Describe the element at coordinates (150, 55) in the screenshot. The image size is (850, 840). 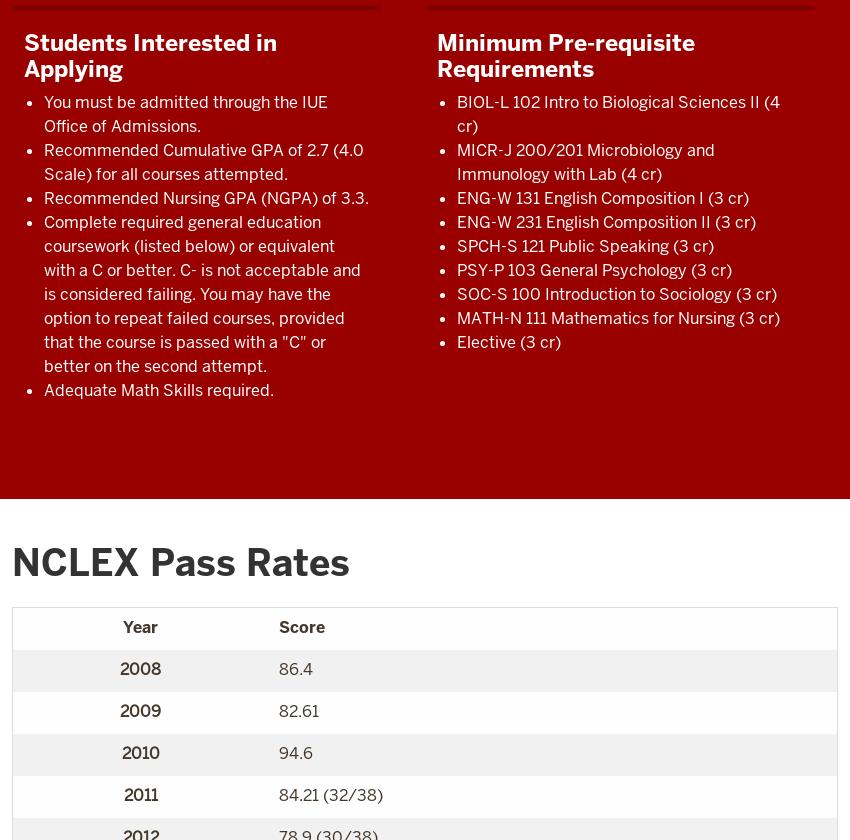
I see `'Students Interested in Applying'` at that location.